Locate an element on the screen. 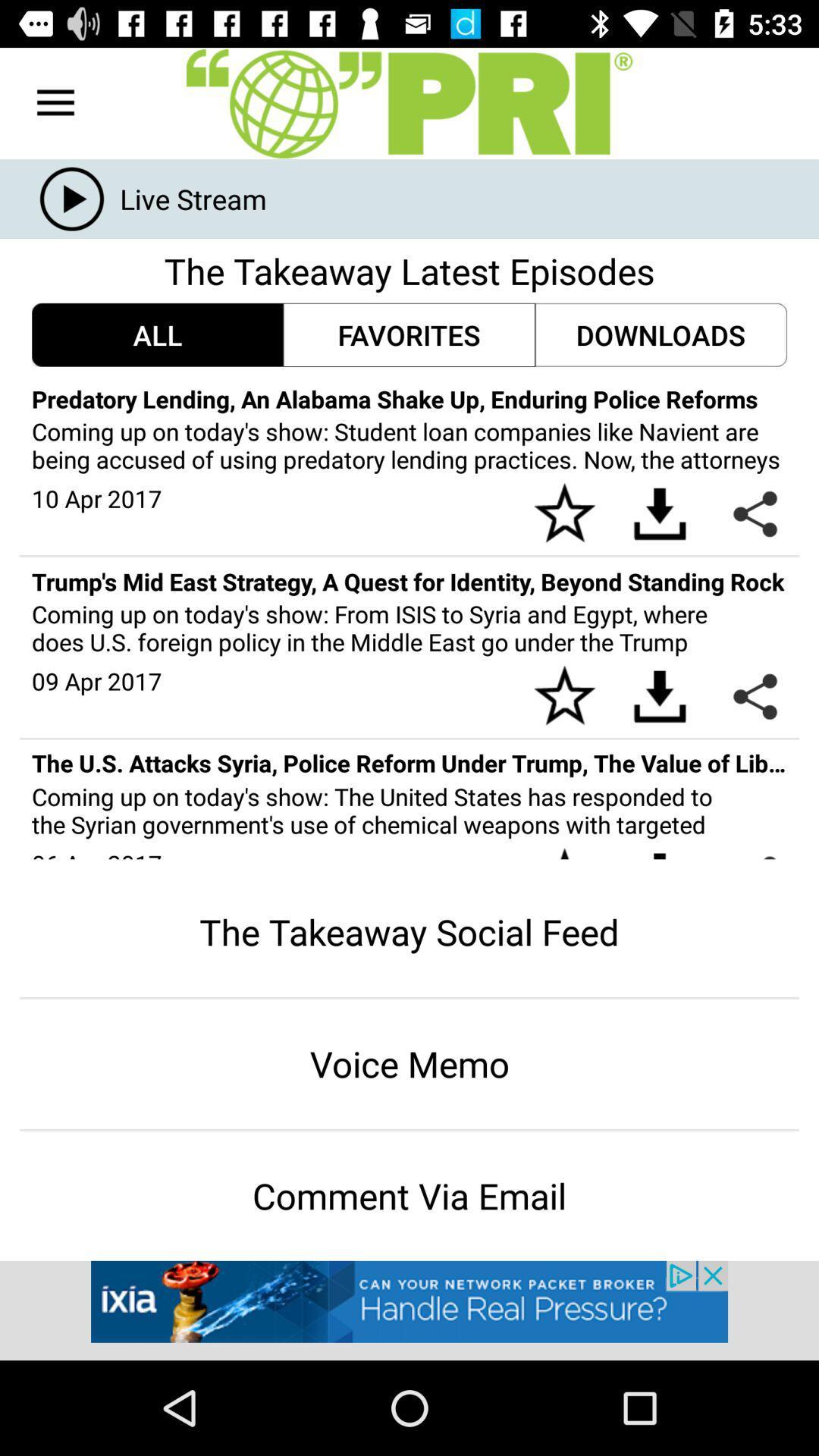  the play icon is located at coordinates (71, 198).